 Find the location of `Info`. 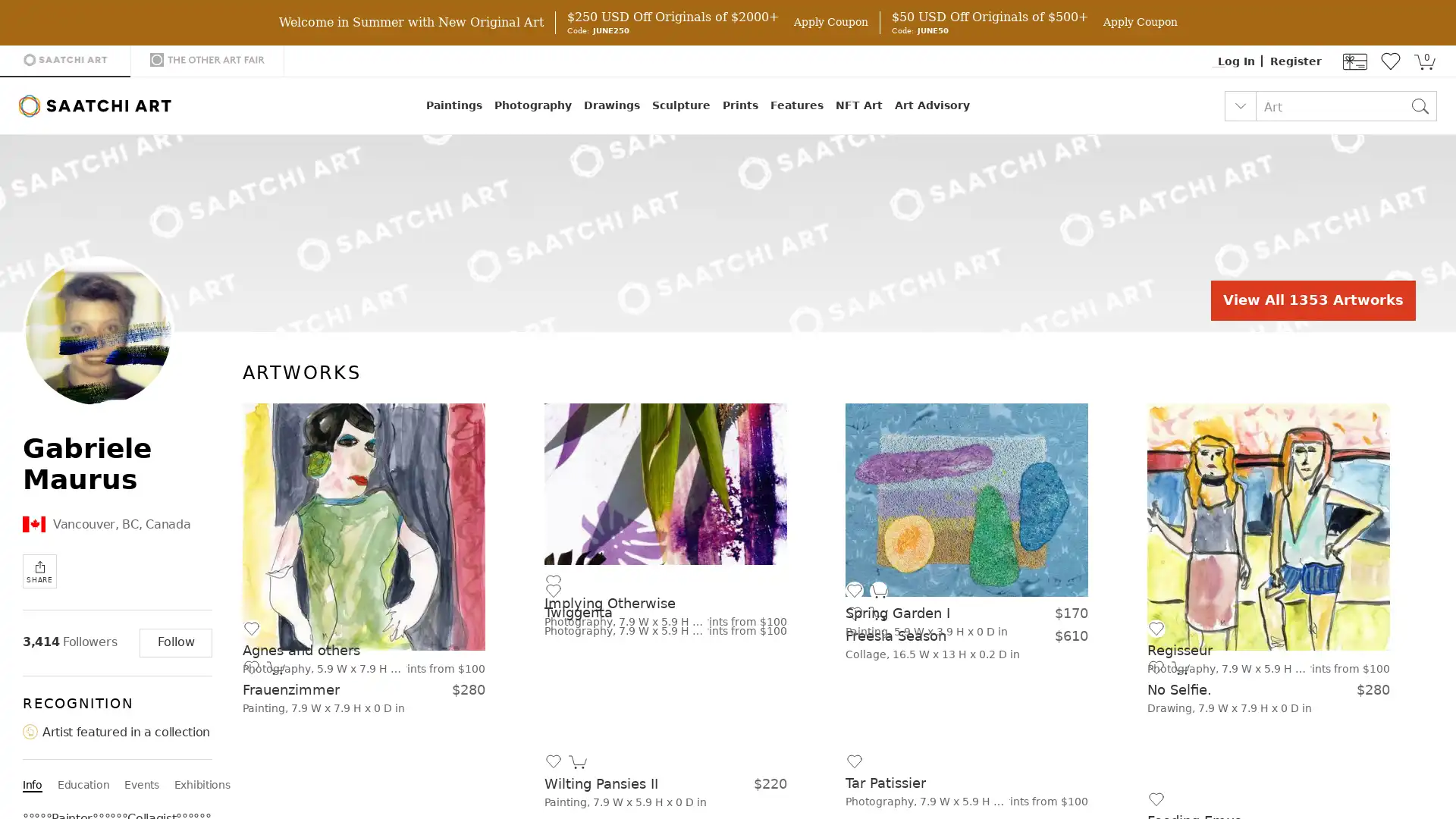

Info is located at coordinates (32, 784).